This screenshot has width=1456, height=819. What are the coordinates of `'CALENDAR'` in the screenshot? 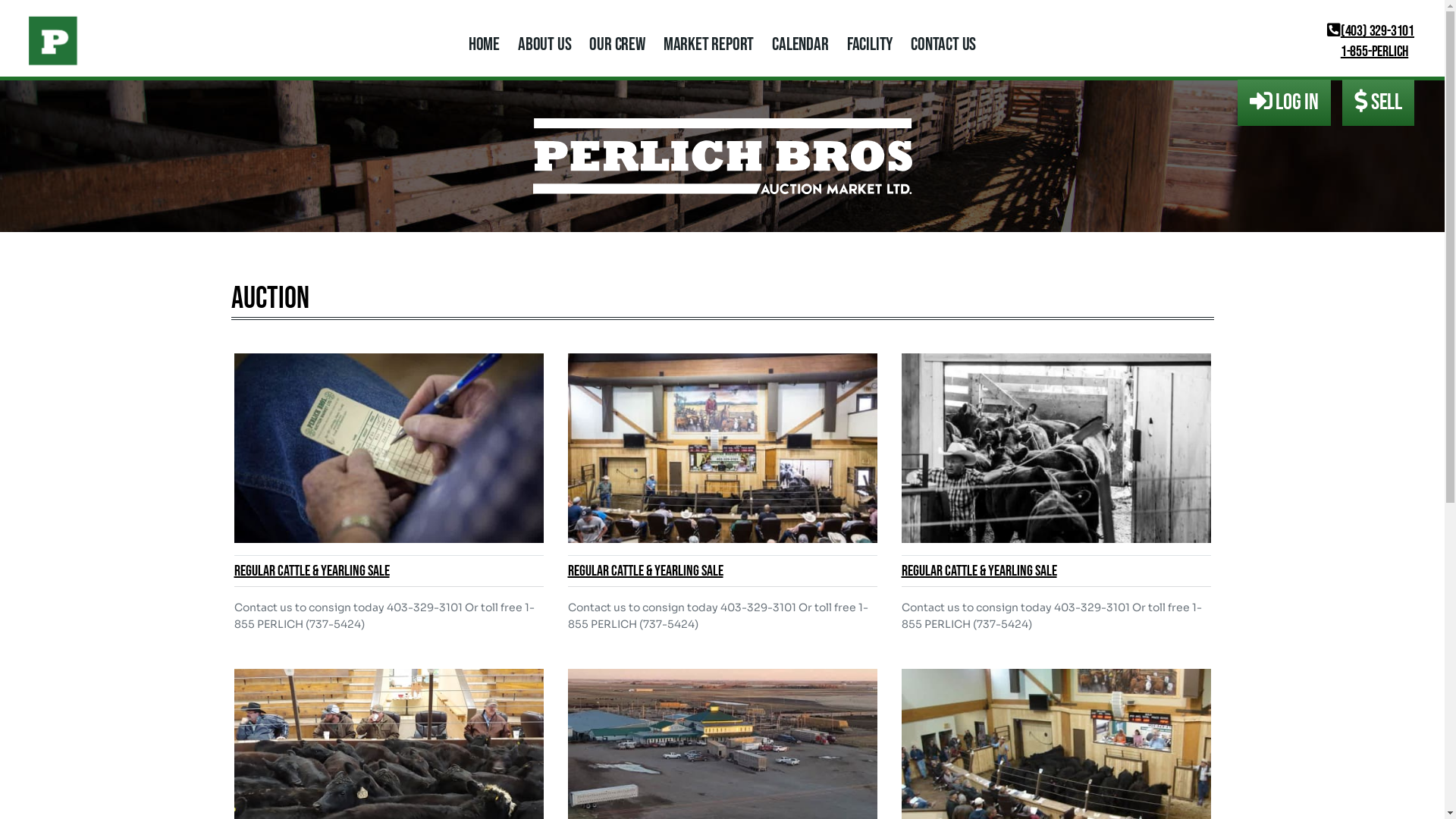 It's located at (799, 43).